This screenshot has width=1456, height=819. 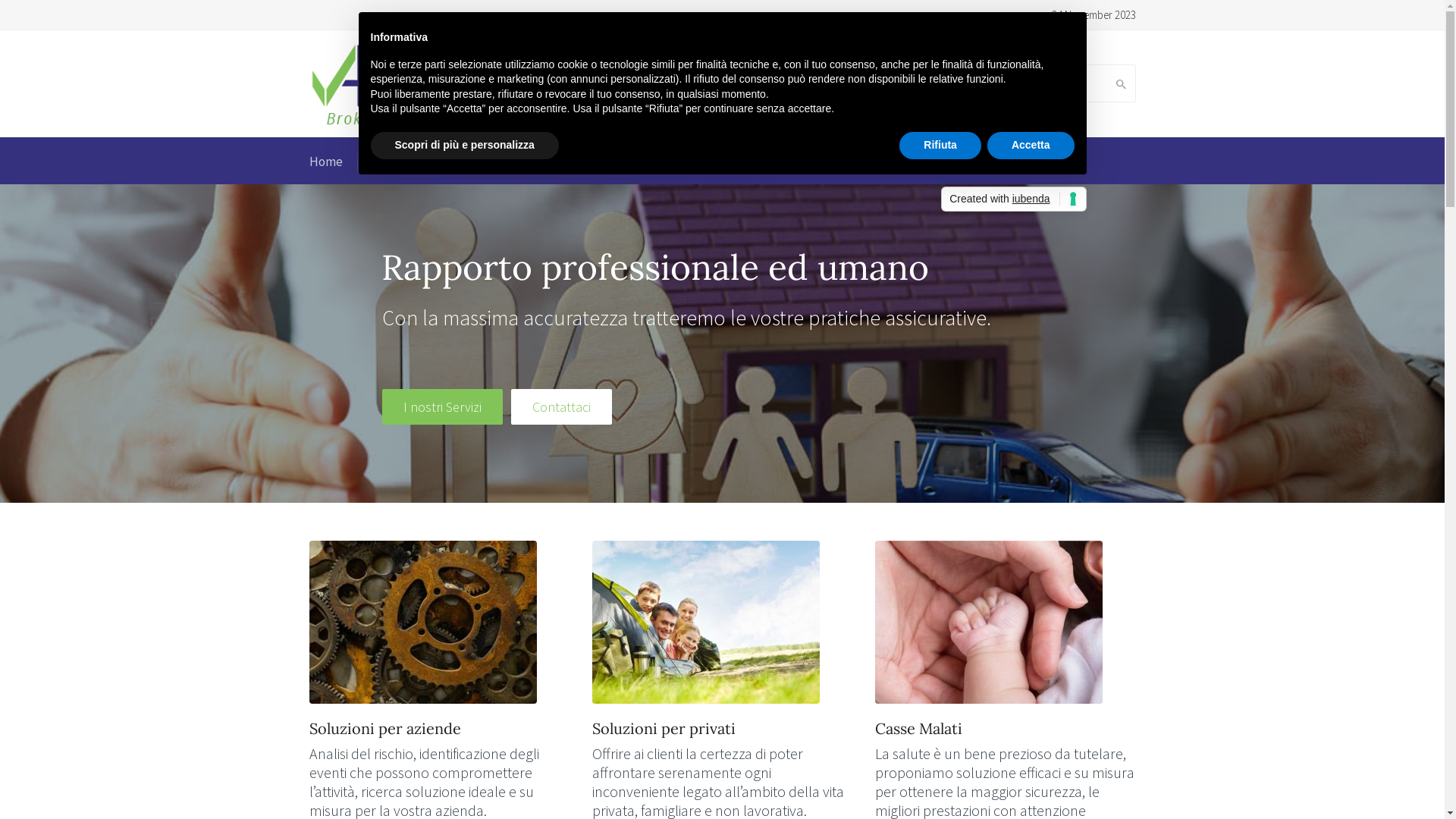 I want to click on 'ABCyber Risk', so click(x=701, y=162).